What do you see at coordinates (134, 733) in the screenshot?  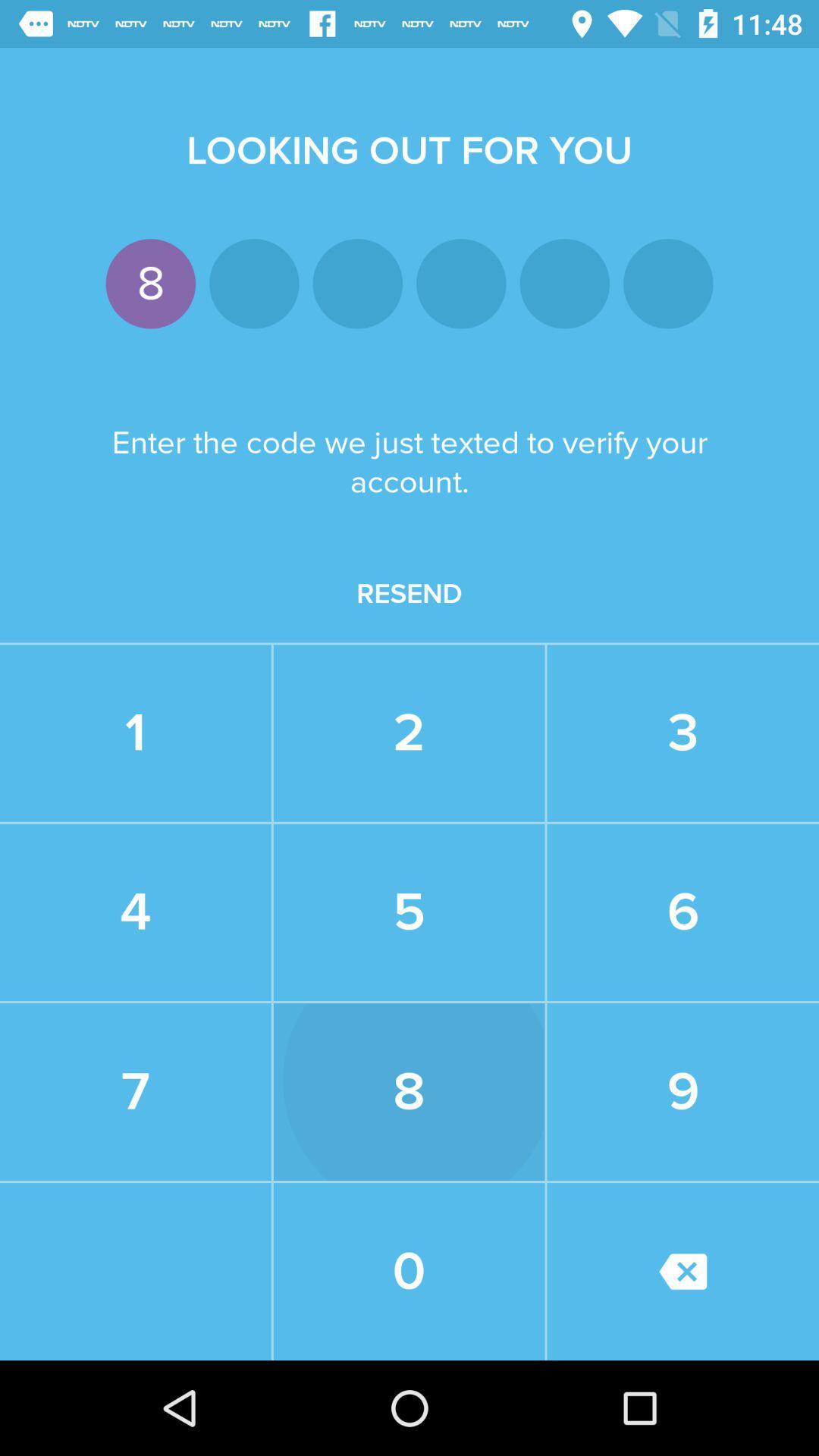 I see `the 1 item` at bounding box center [134, 733].